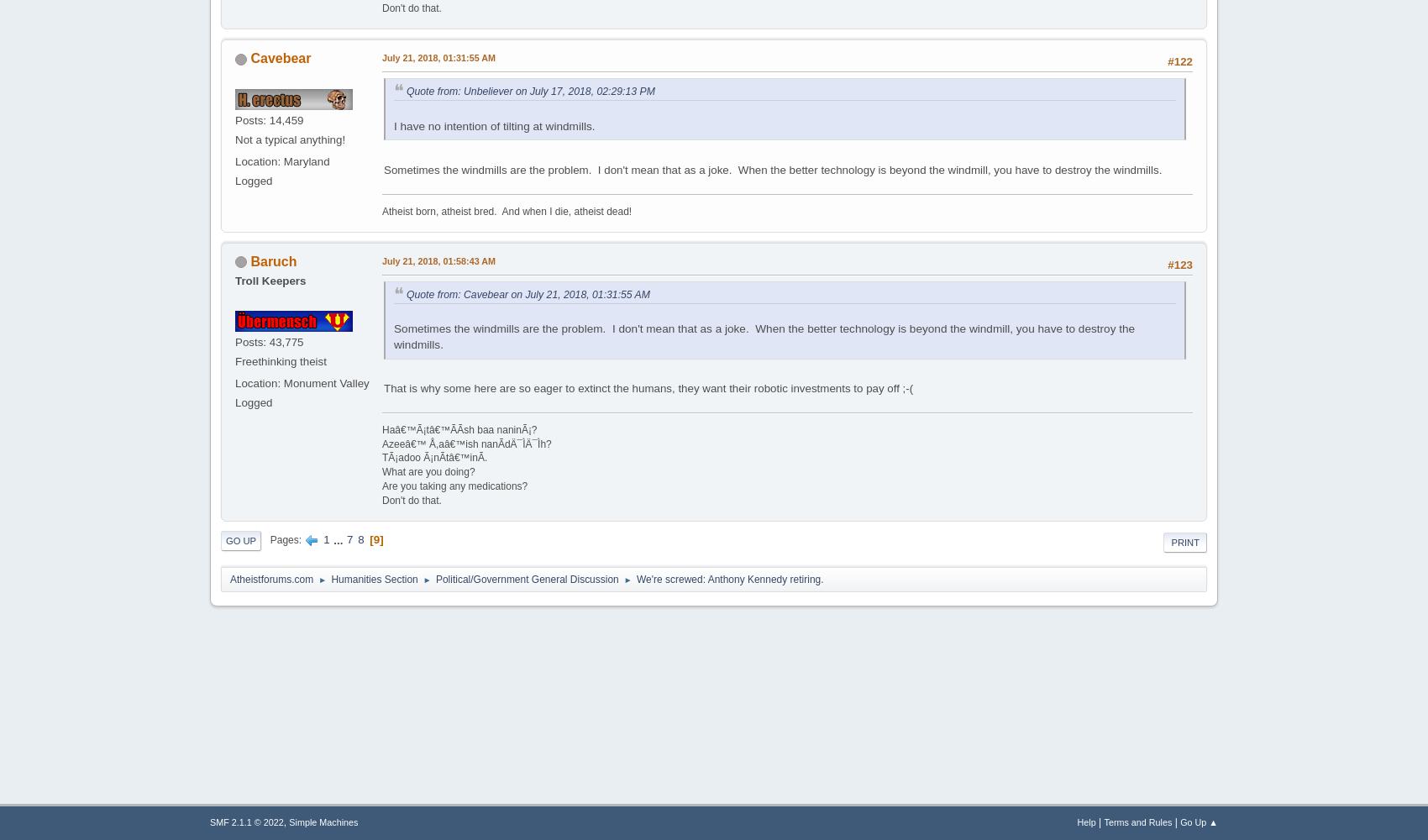  Describe the element at coordinates (434, 458) in the screenshot. I see `'TÃ¡adoo Ã¡nÃ­tâ€™inÃ­.'` at that location.